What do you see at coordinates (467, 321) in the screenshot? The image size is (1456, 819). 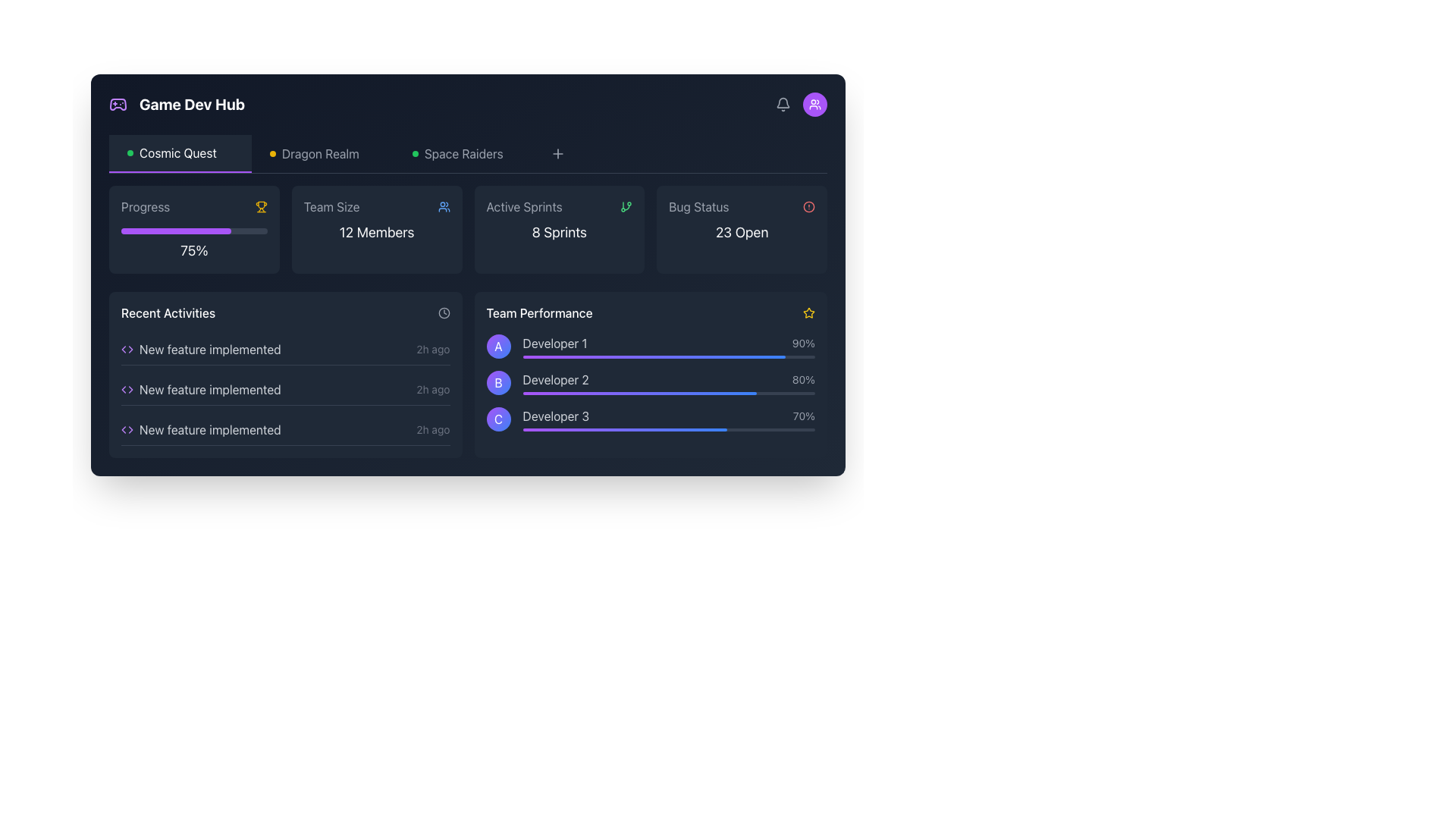 I see `the Dashboard Summary Component` at bounding box center [467, 321].